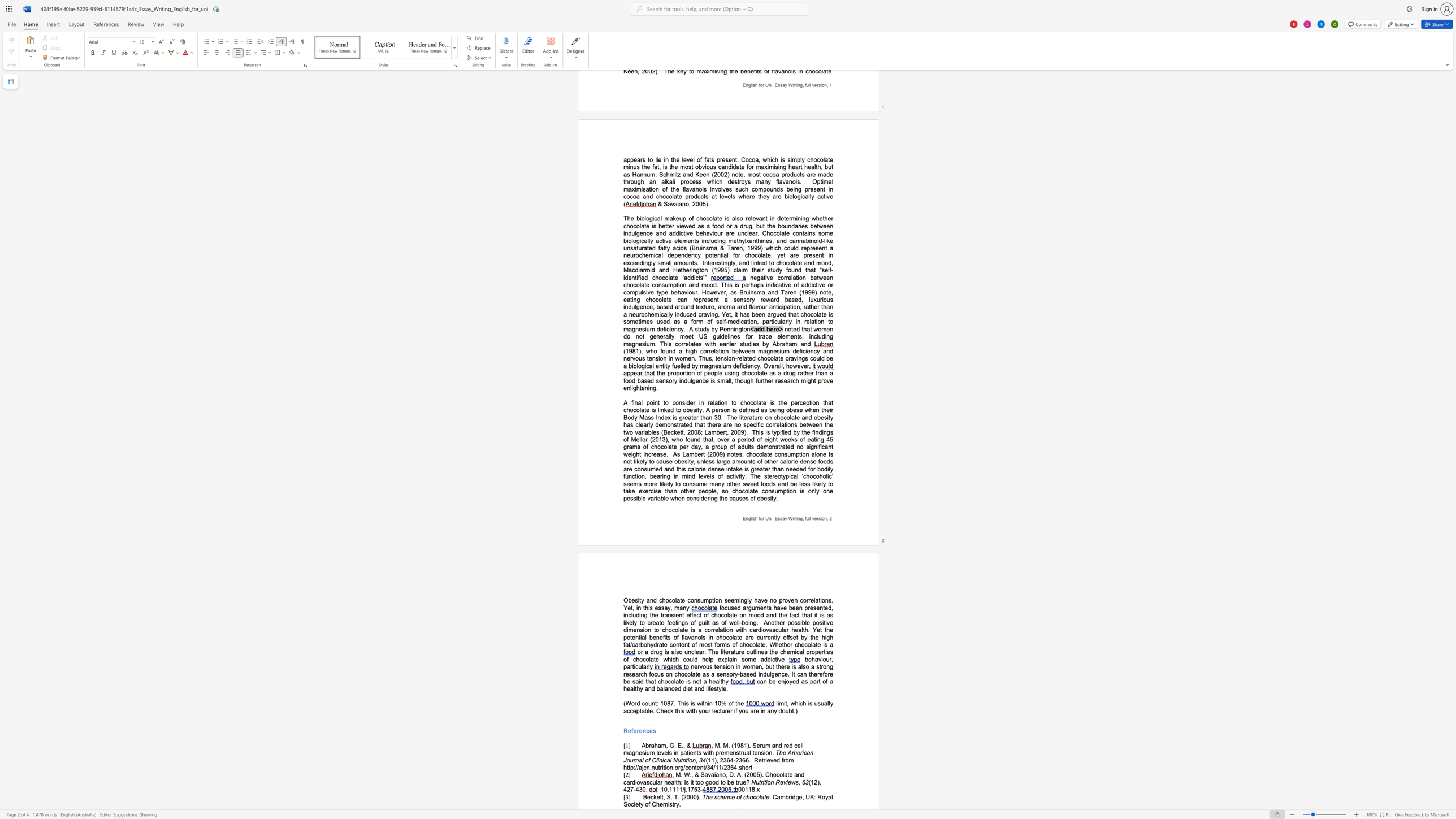  I want to click on the 2th character "n" in the text, so click(769, 518).